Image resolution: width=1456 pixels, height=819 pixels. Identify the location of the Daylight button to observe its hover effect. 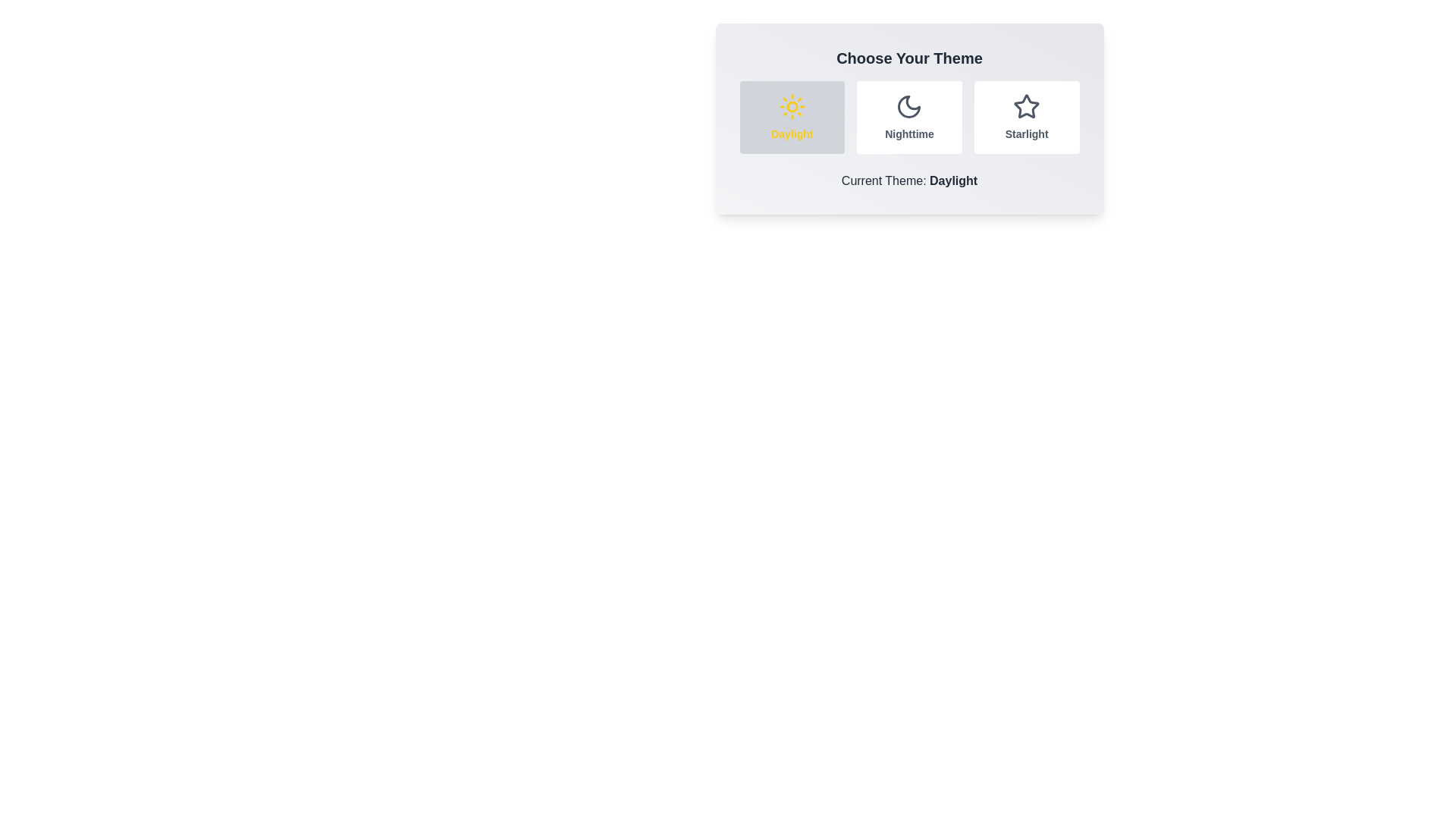
(791, 116).